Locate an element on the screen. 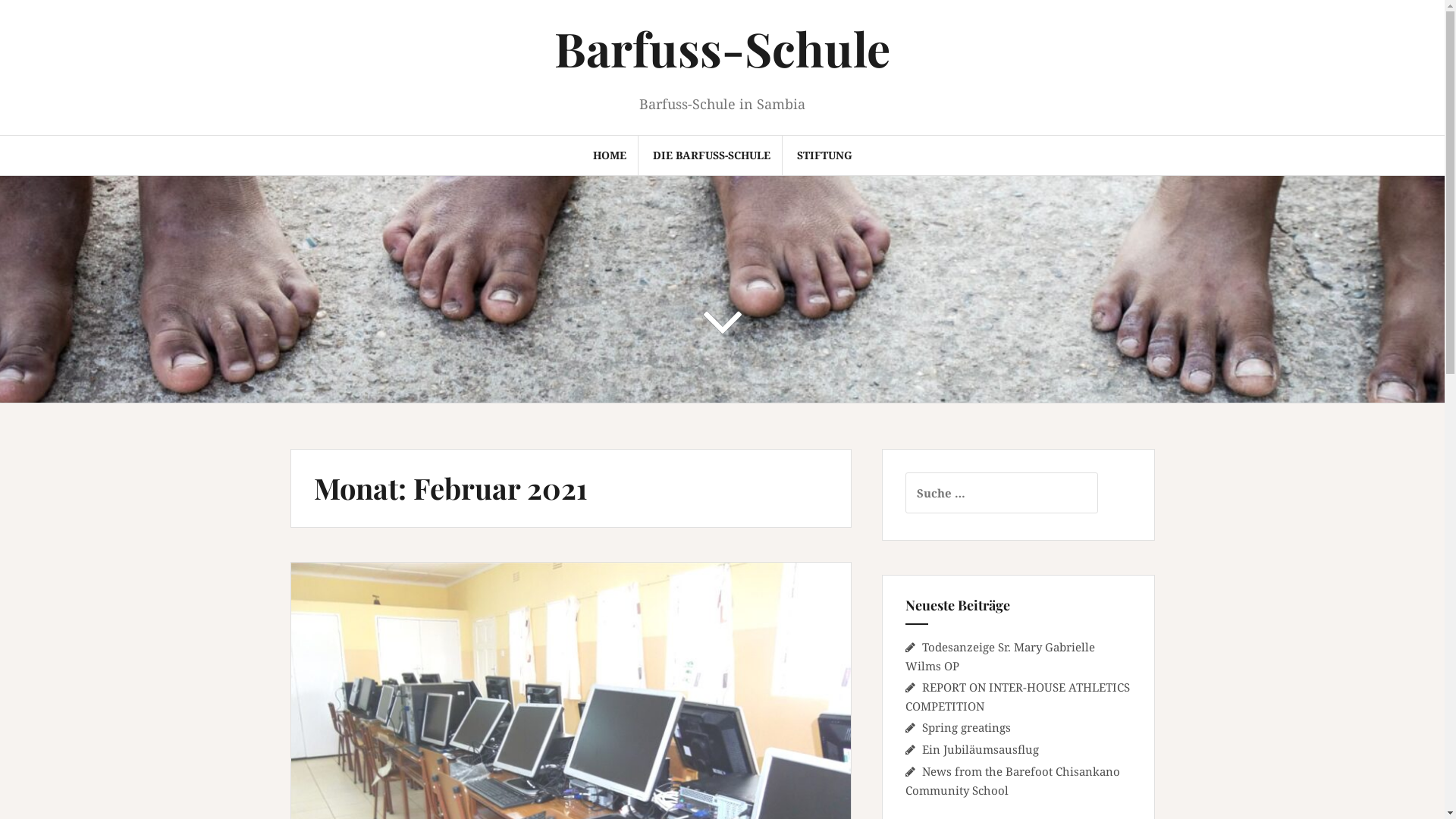  'Todesanzeige Sr. Mary Gabrielle Wilms OP' is located at coordinates (1000, 655).